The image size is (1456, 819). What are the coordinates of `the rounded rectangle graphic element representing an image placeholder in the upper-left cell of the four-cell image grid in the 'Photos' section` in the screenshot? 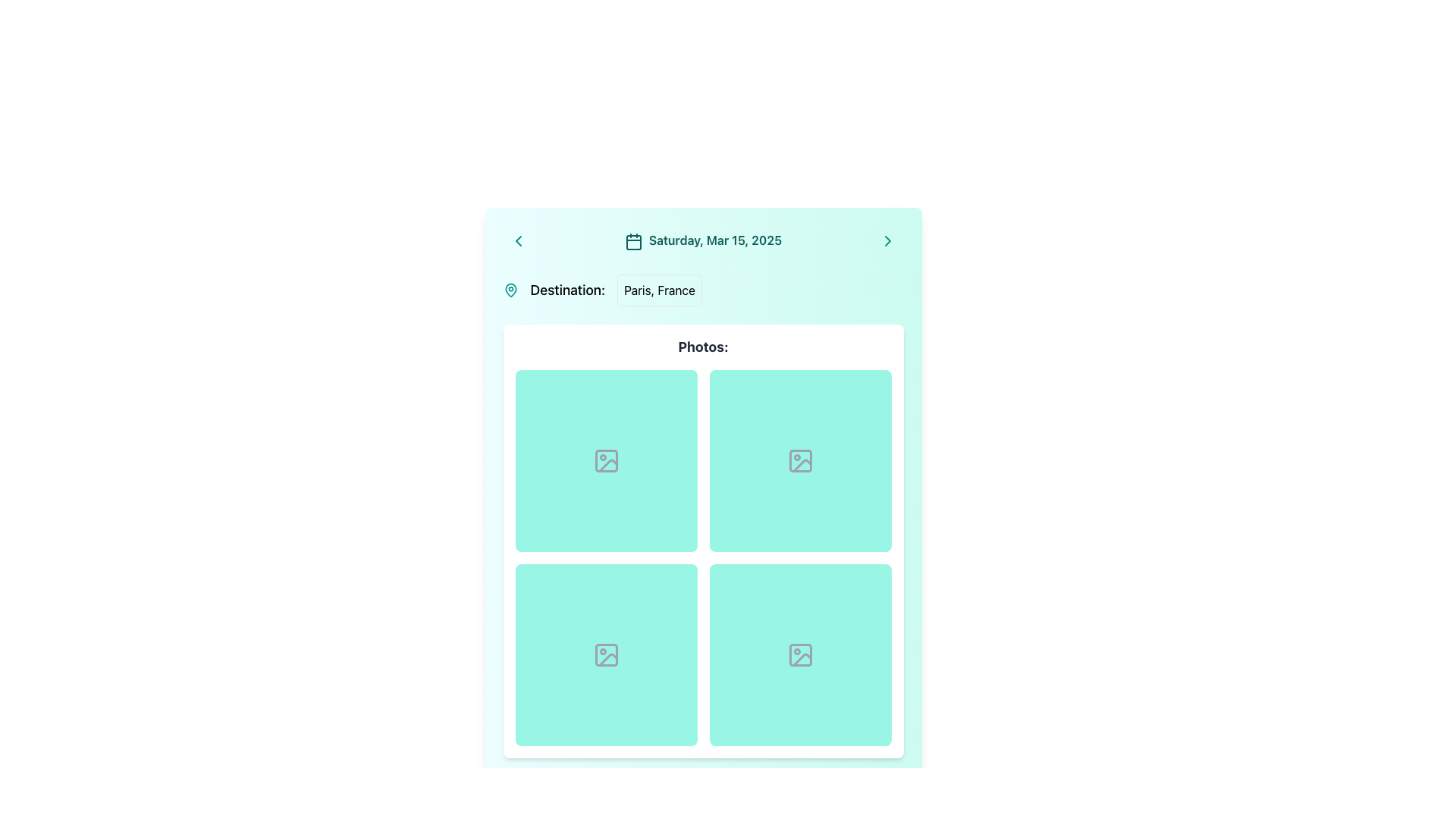 It's located at (605, 460).